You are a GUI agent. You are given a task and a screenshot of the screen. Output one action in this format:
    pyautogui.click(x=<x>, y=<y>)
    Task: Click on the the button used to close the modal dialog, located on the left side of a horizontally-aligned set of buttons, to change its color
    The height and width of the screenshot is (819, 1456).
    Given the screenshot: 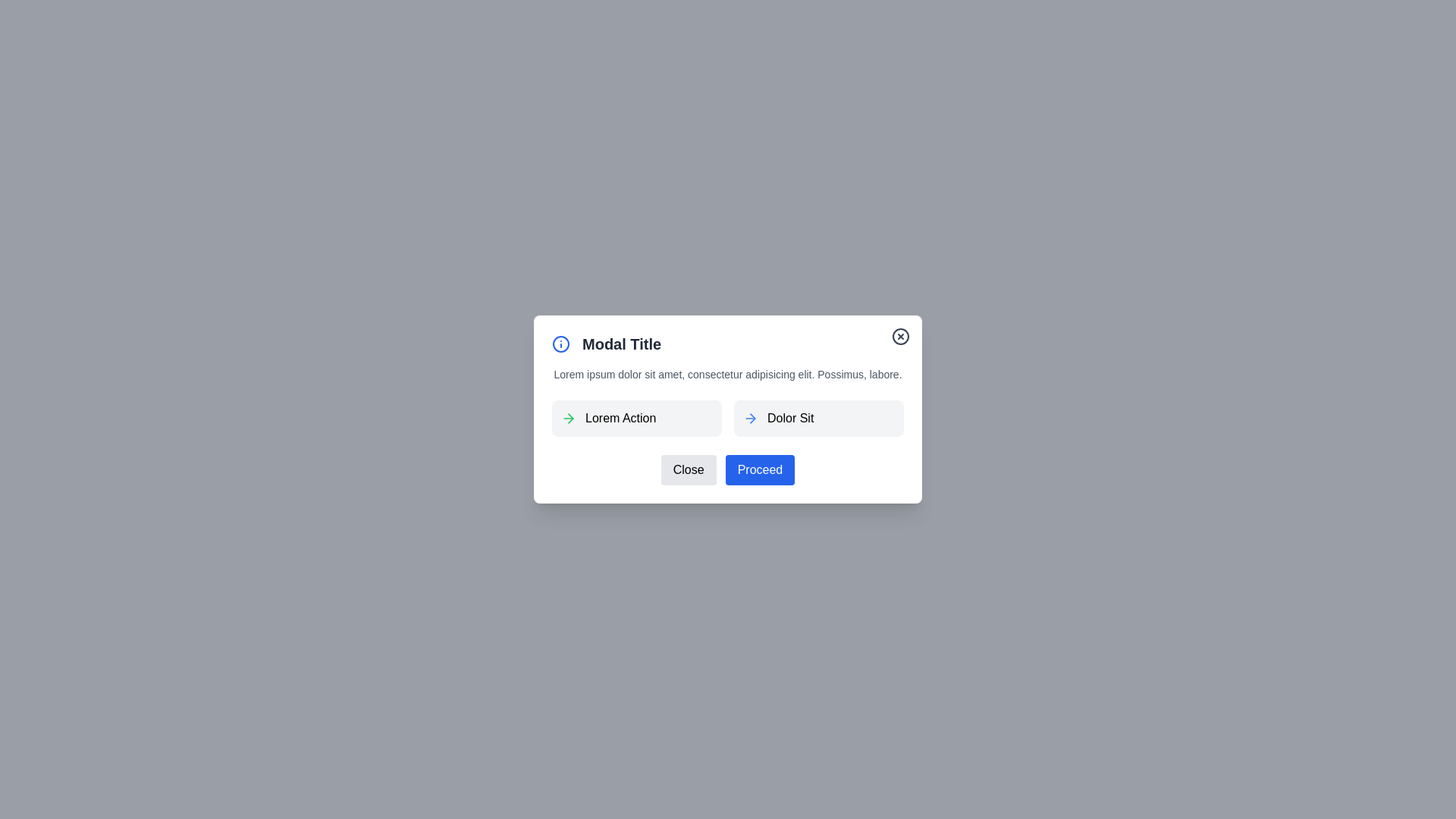 What is the action you would take?
    pyautogui.click(x=688, y=469)
    